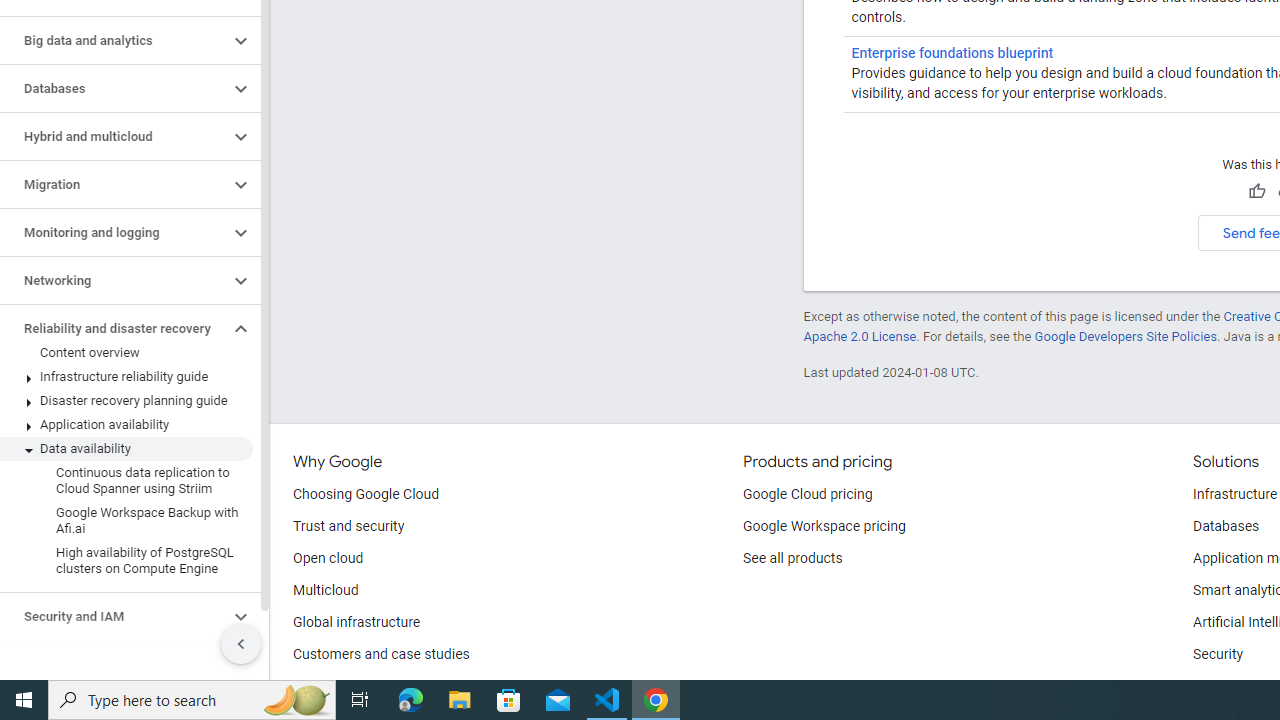  Describe the element at coordinates (1217, 655) in the screenshot. I see `'Security'` at that location.